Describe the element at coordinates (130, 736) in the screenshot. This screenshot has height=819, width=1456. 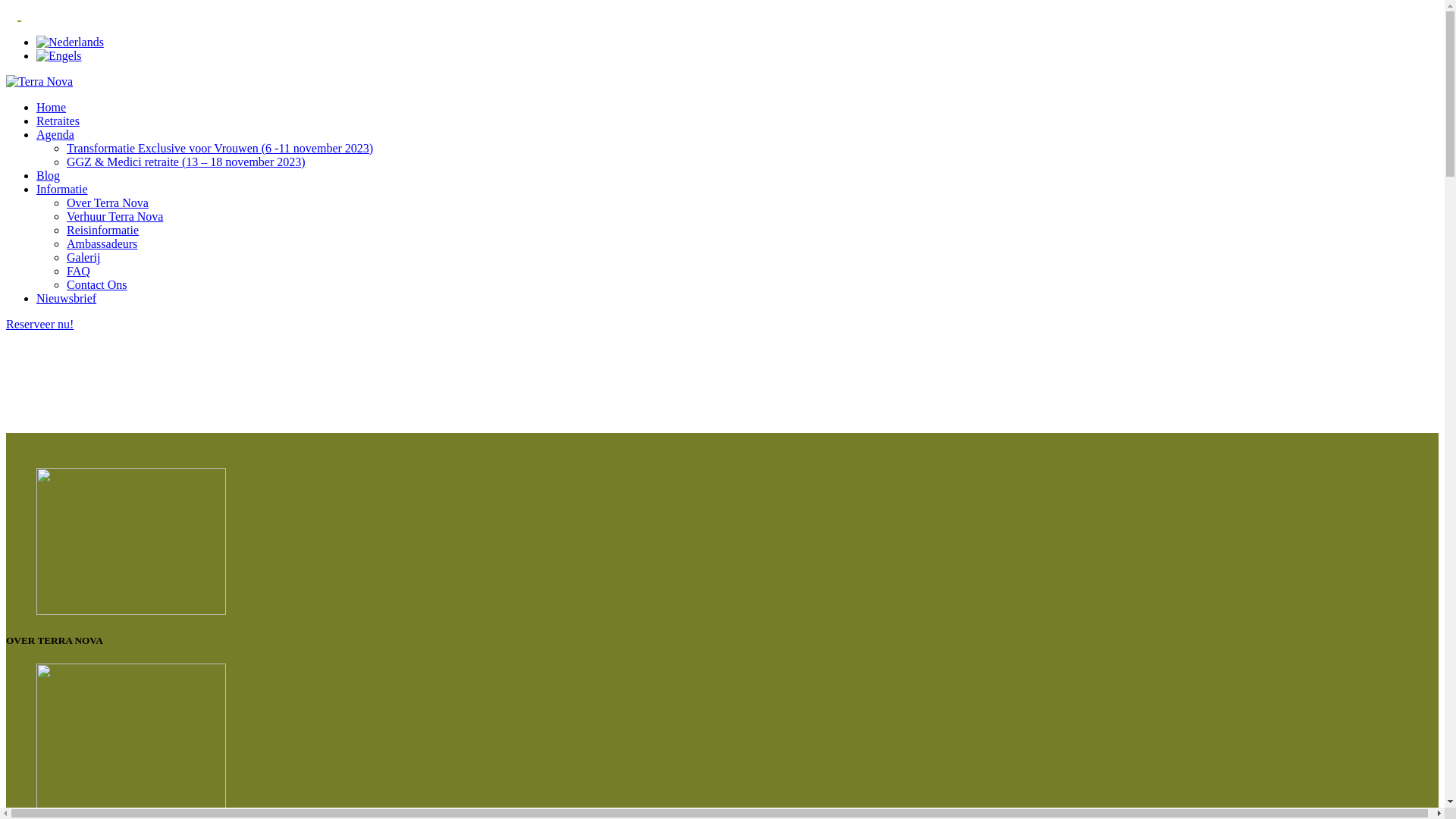
I see `'Retreites1'` at that location.